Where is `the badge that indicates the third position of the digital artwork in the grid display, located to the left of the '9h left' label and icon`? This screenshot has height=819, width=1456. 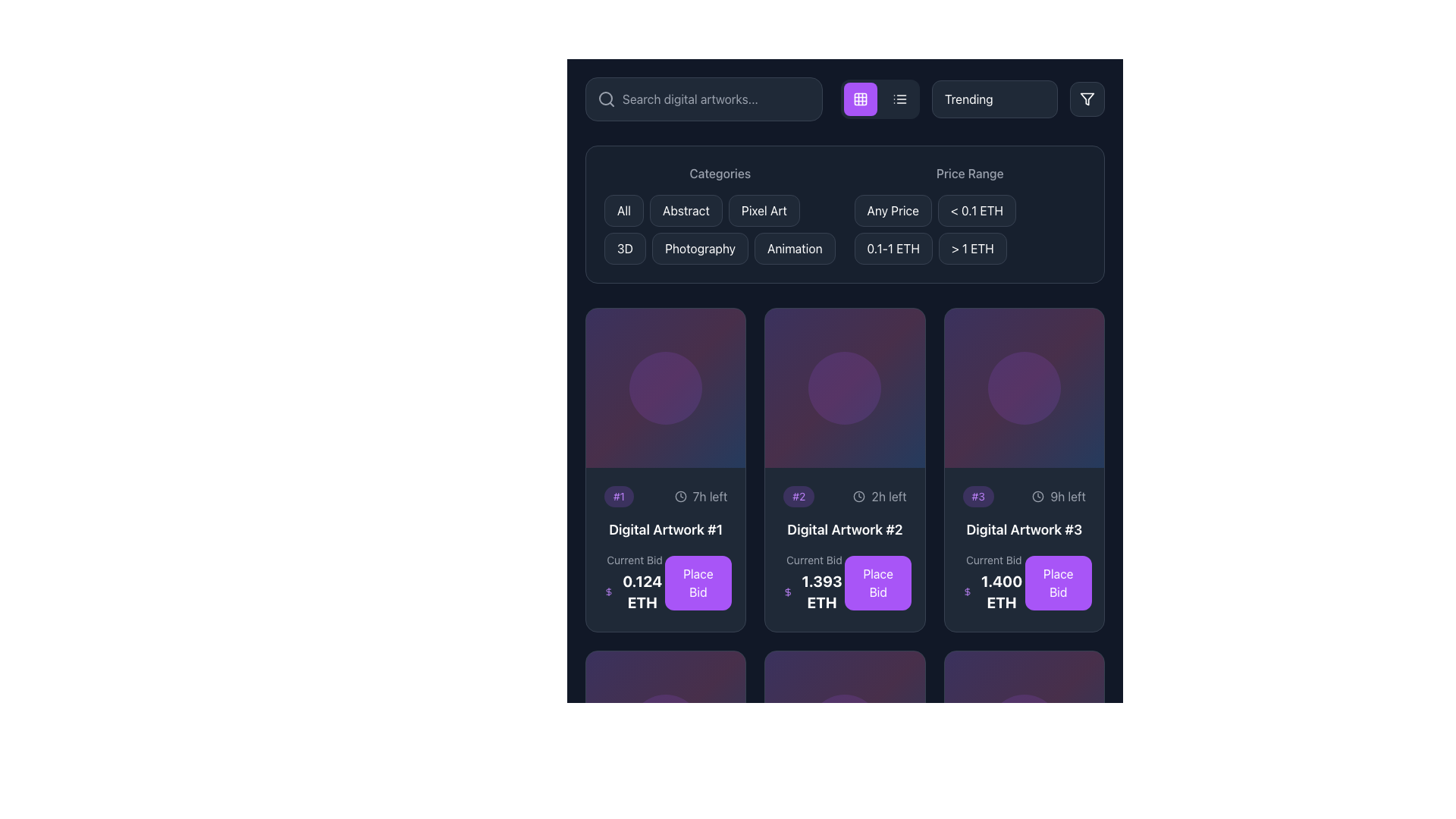
the badge that indicates the third position of the digital artwork in the grid display, located to the left of the '9h left' label and icon is located at coordinates (978, 497).